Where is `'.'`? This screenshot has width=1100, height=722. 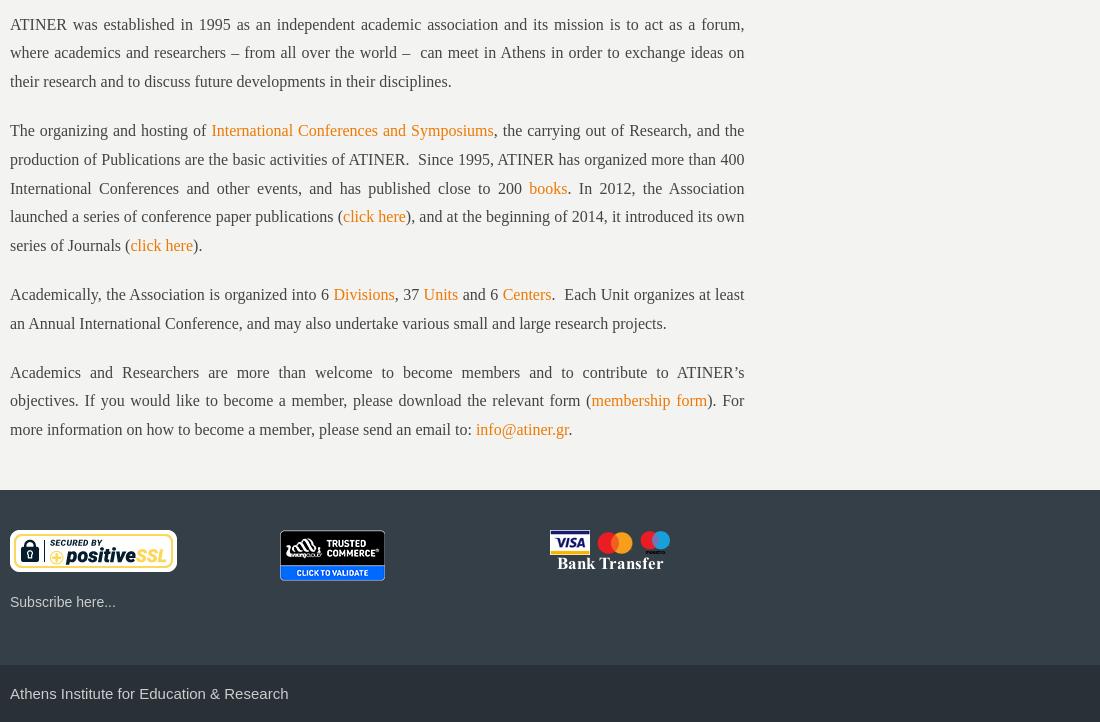
'.' is located at coordinates (569, 428).